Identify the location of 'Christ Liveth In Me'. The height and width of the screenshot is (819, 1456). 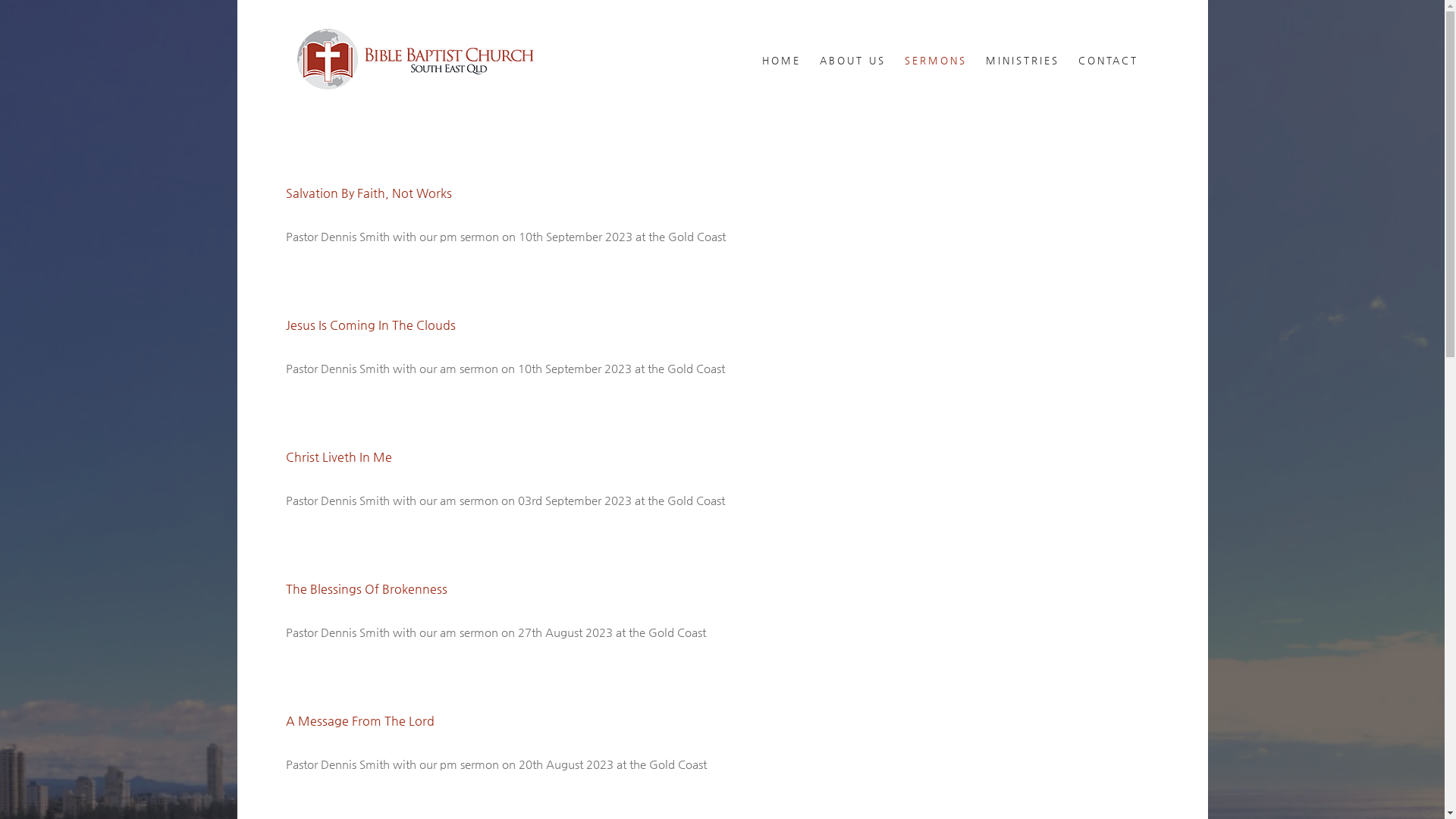
(337, 456).